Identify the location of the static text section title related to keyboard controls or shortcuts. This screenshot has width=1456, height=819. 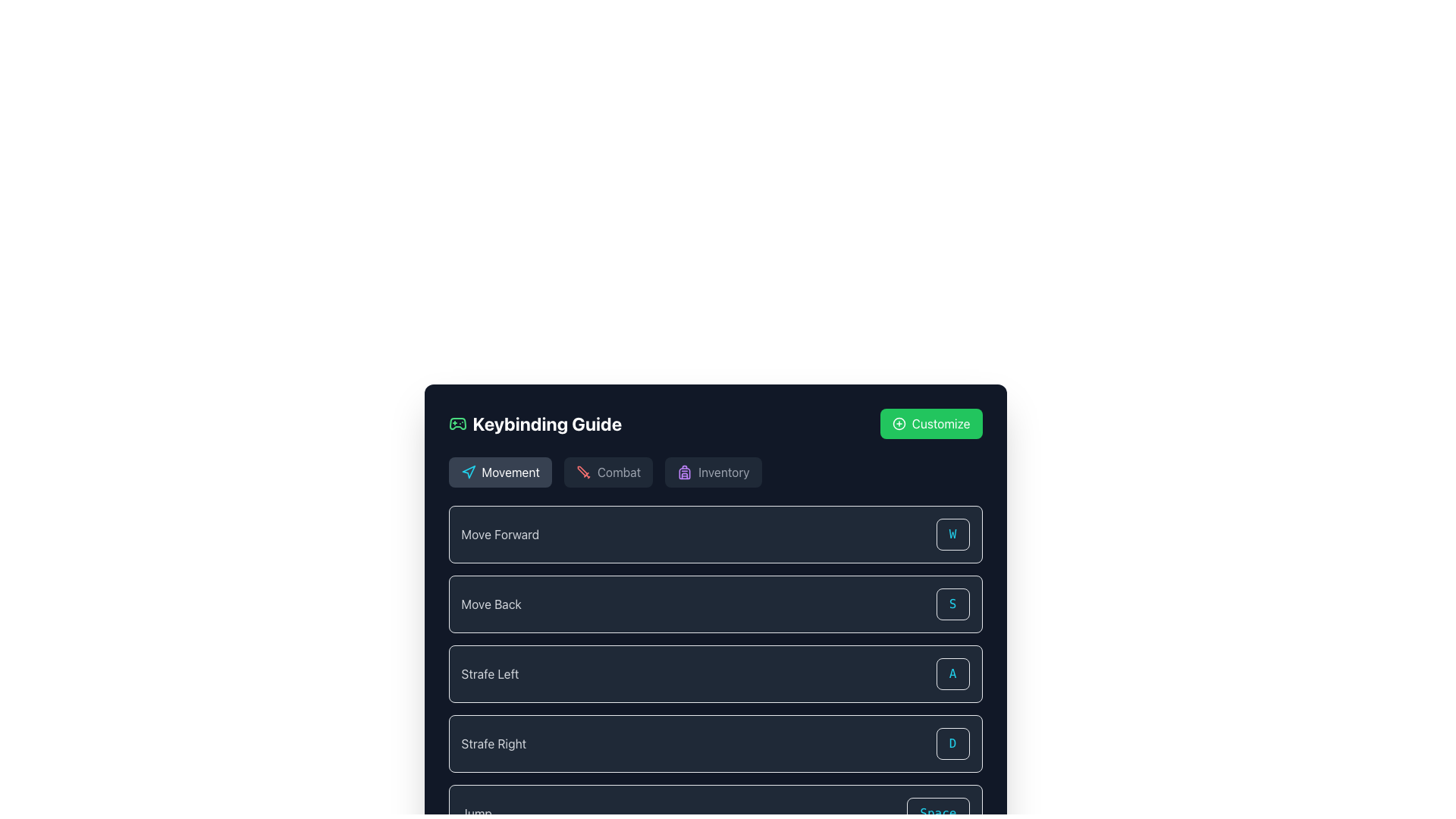
(535, 424).